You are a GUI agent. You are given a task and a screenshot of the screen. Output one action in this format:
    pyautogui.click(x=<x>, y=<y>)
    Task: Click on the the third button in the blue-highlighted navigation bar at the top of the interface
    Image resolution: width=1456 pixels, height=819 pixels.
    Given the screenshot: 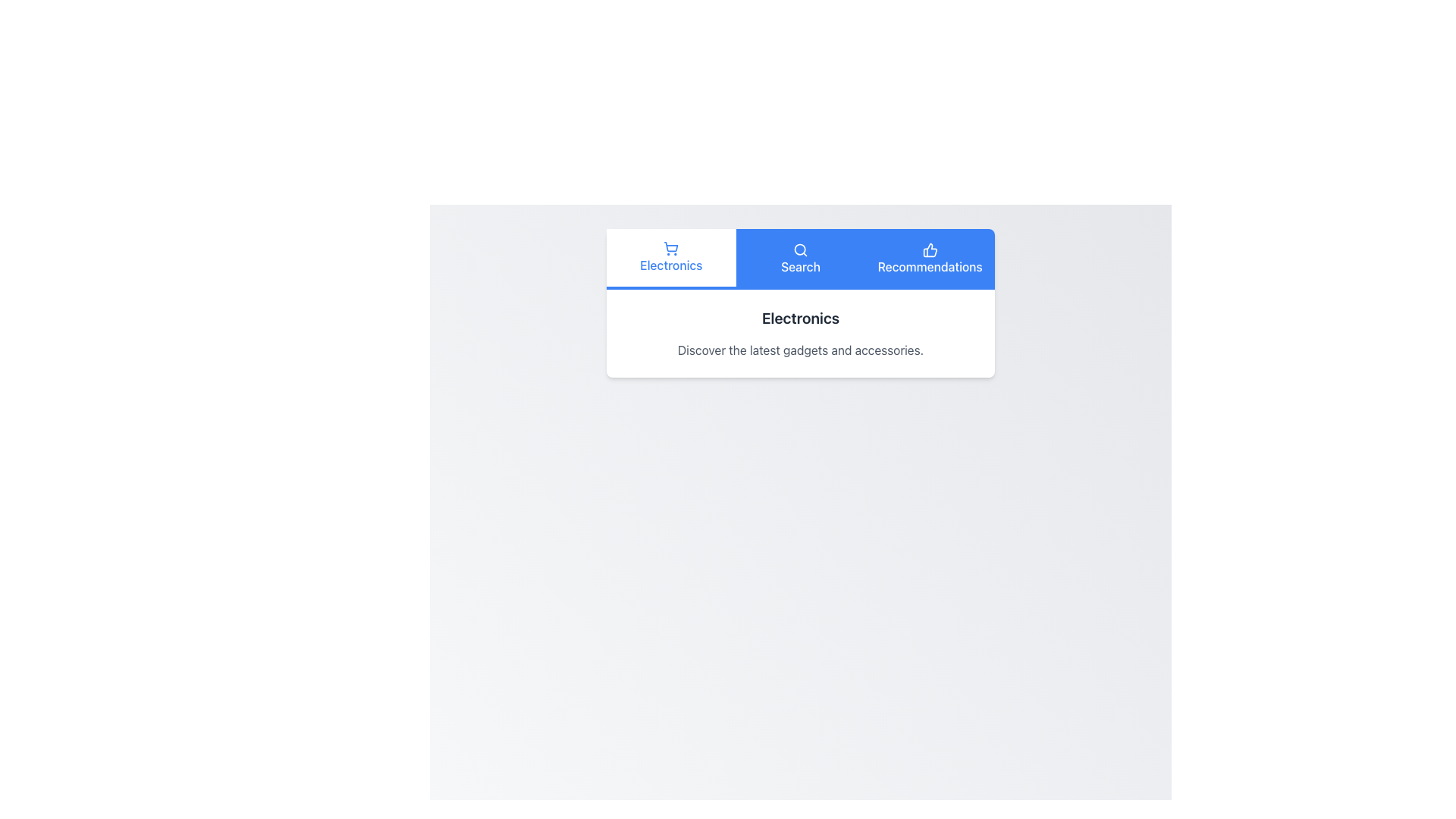 What is the action you would take?
    pyautogui.click(x=929, y=259)
    